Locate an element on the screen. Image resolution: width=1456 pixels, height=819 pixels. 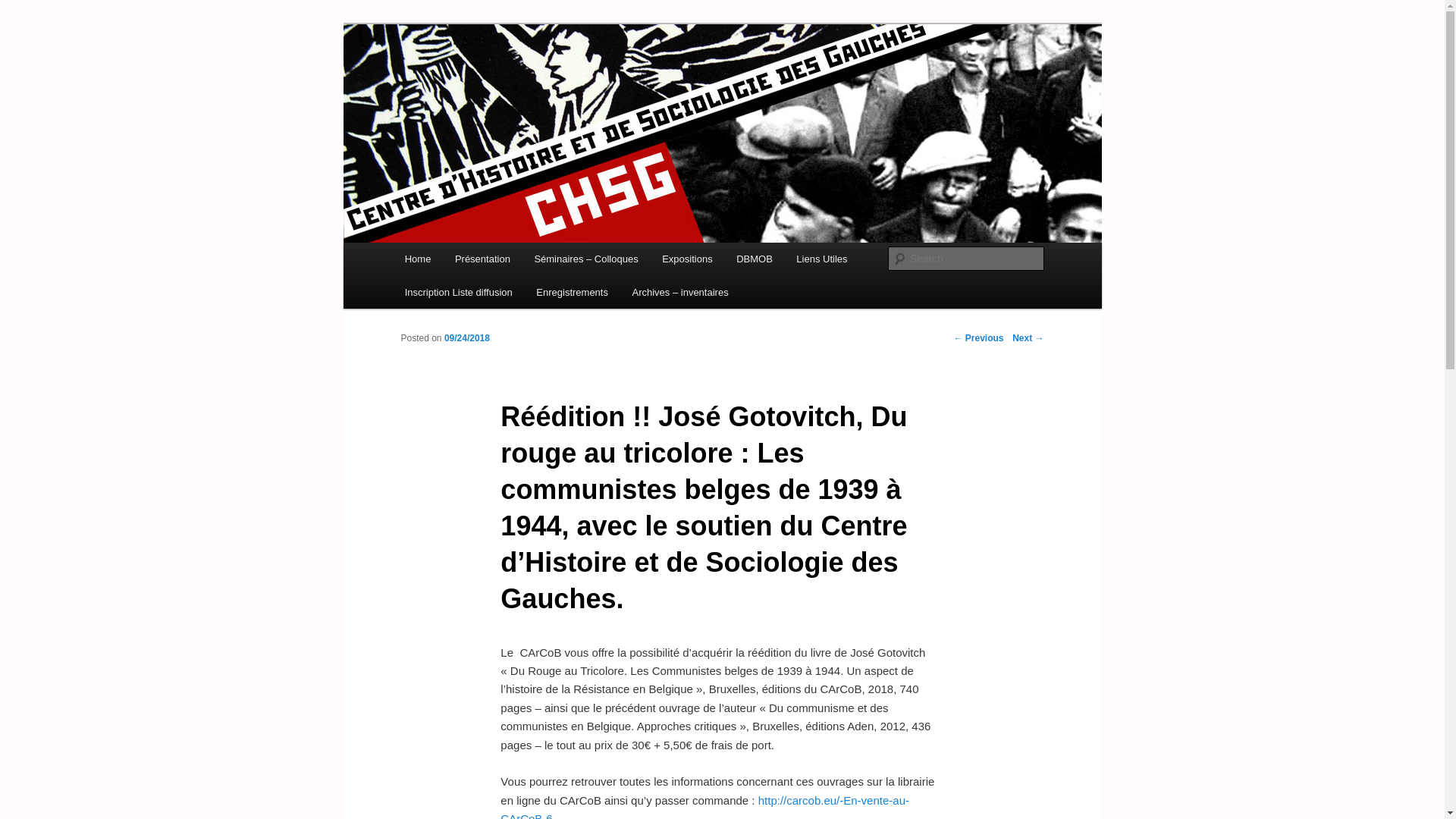
'Home' is located at coordinates (418, 258).